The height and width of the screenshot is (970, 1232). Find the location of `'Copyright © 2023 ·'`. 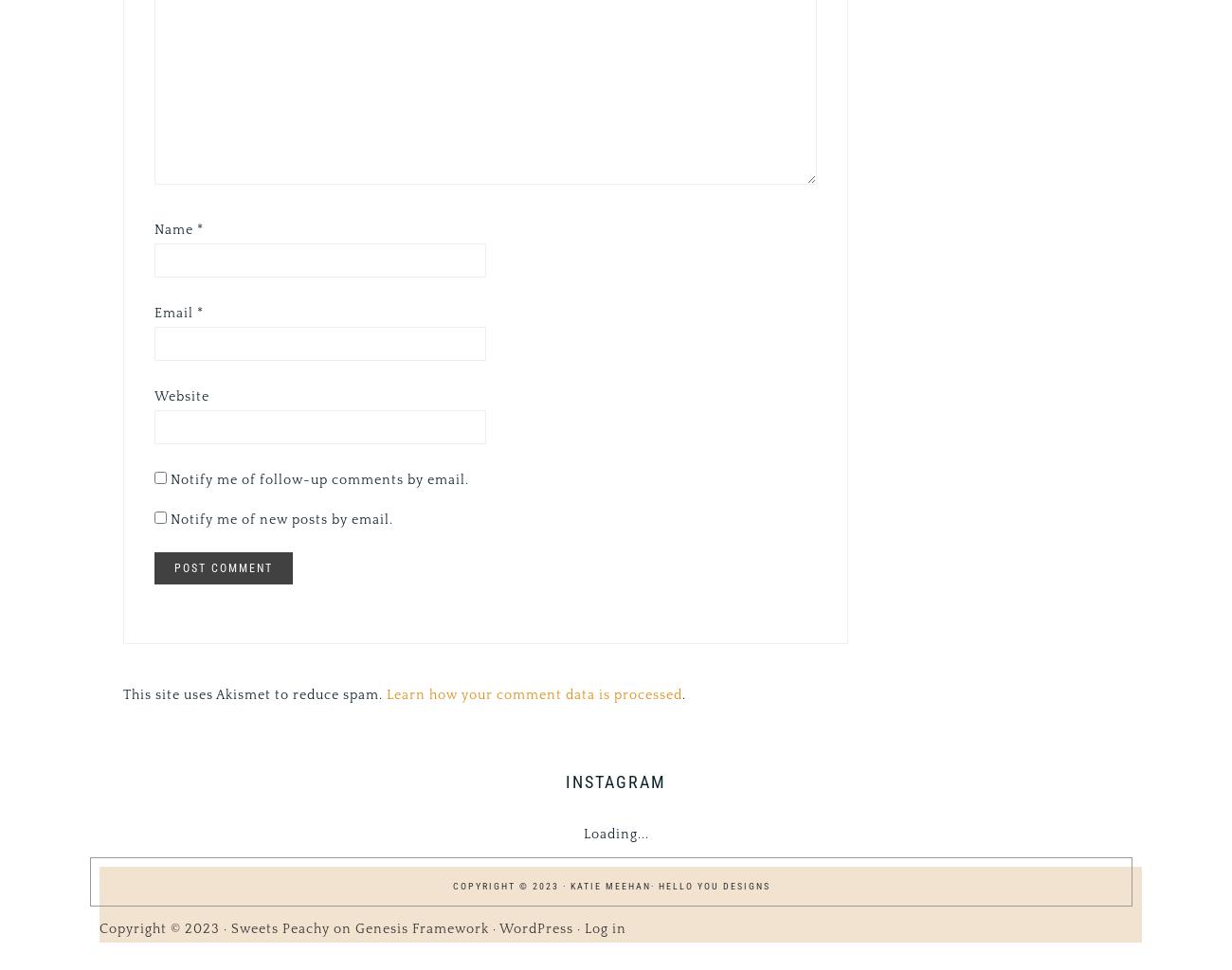

'Copyright © 2023 ·' is located at coordinates (165, 927).